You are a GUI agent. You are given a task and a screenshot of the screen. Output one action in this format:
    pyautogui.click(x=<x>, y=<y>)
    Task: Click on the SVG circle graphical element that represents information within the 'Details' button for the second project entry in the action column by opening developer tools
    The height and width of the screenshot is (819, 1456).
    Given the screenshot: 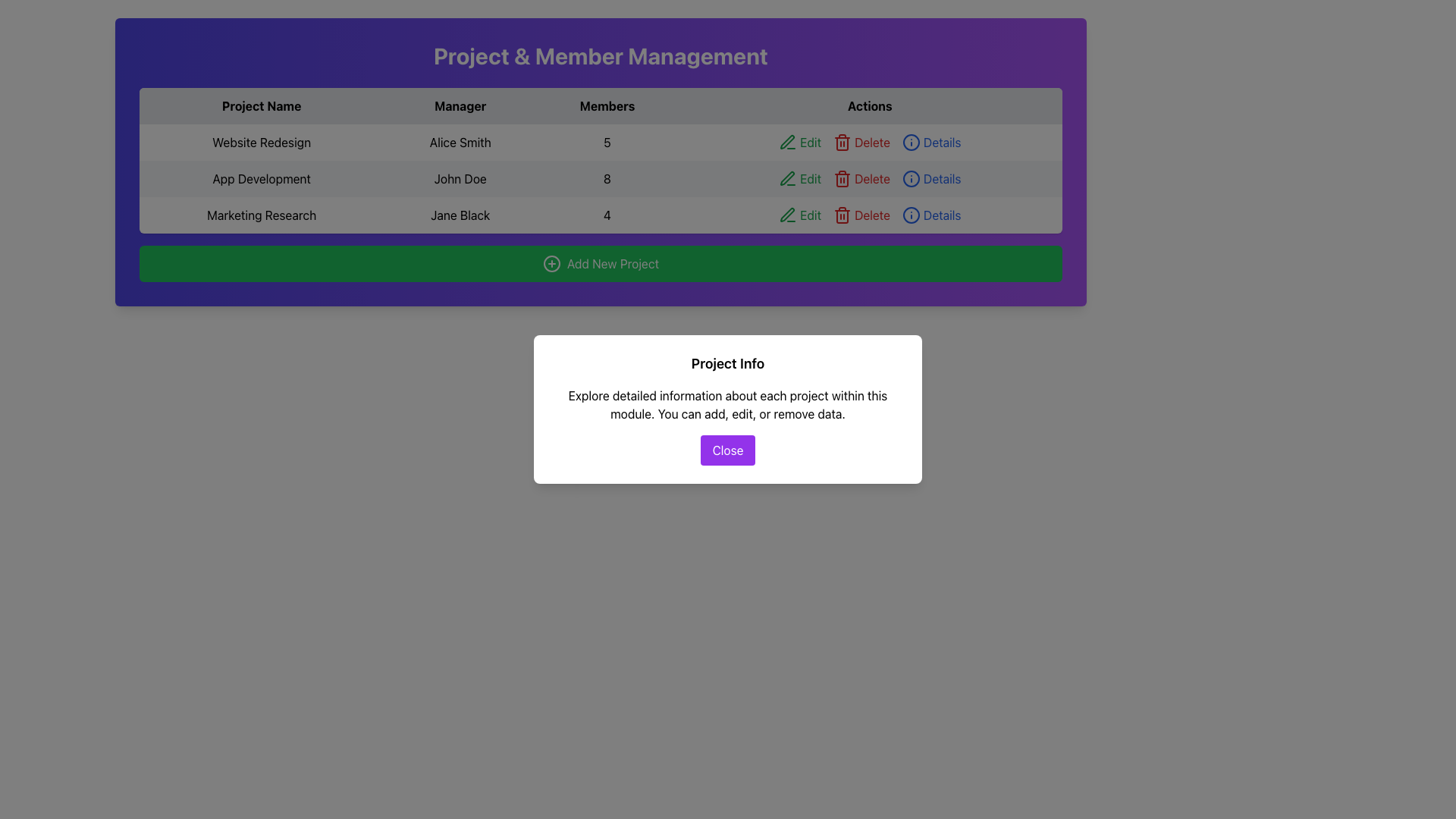 What is the action you would take?
    pyautogui.click(x=910, y=177)
    